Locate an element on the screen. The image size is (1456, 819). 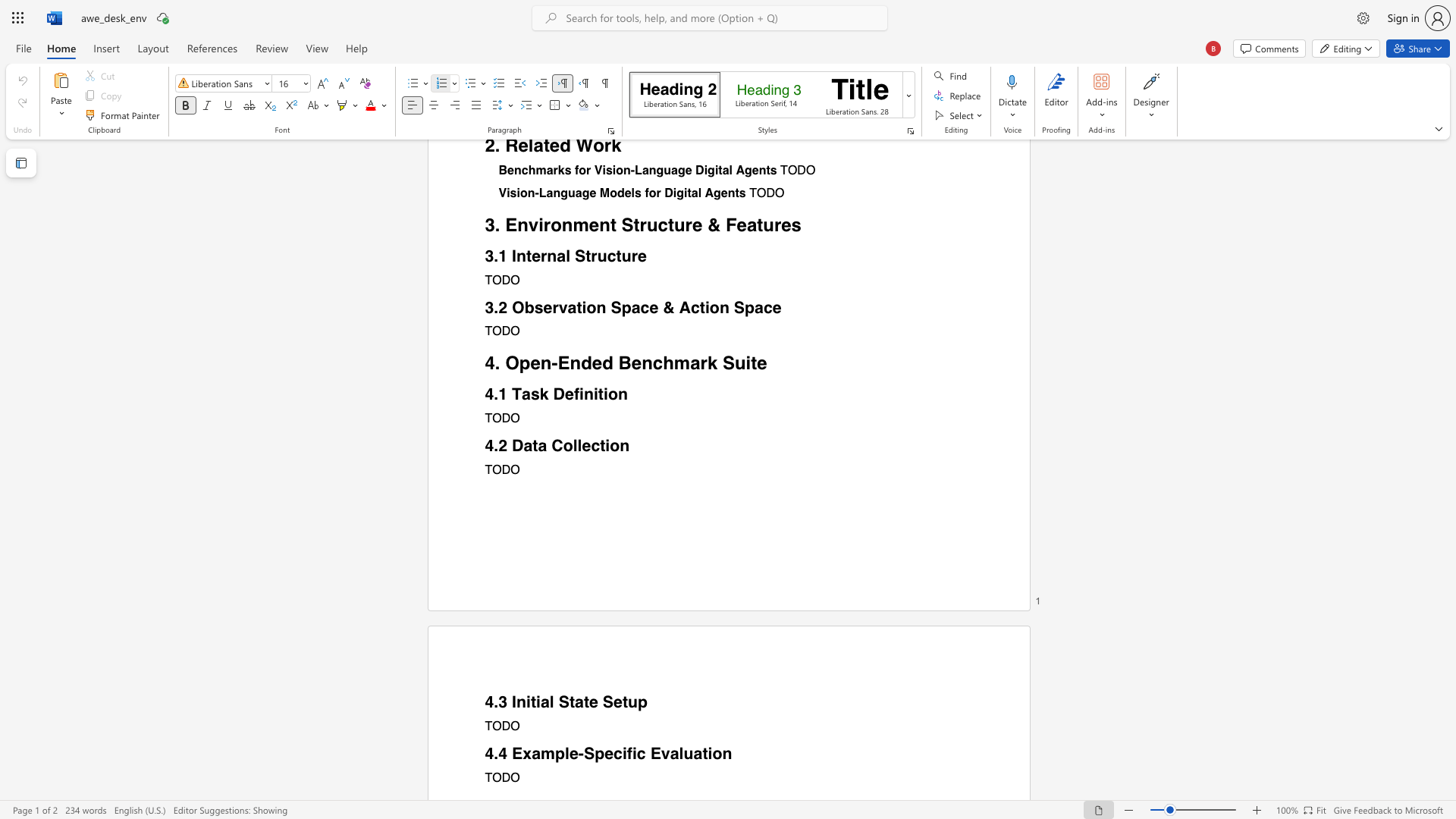
the 1th character "c" in the text is located at coordinates (618, 754).